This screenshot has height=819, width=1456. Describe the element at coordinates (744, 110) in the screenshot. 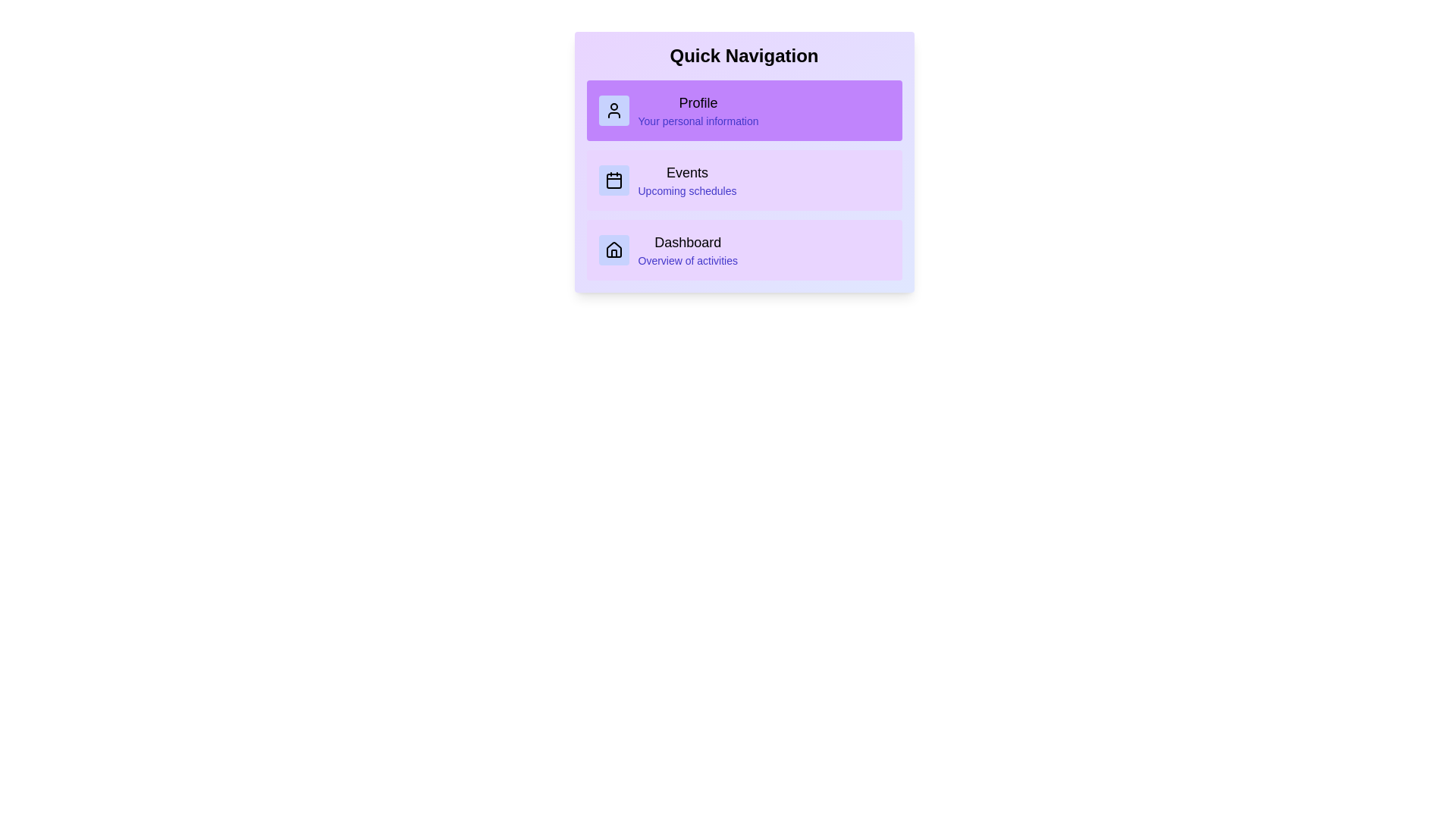

I see `the menu item labeled Profile to preview its description` at that location.